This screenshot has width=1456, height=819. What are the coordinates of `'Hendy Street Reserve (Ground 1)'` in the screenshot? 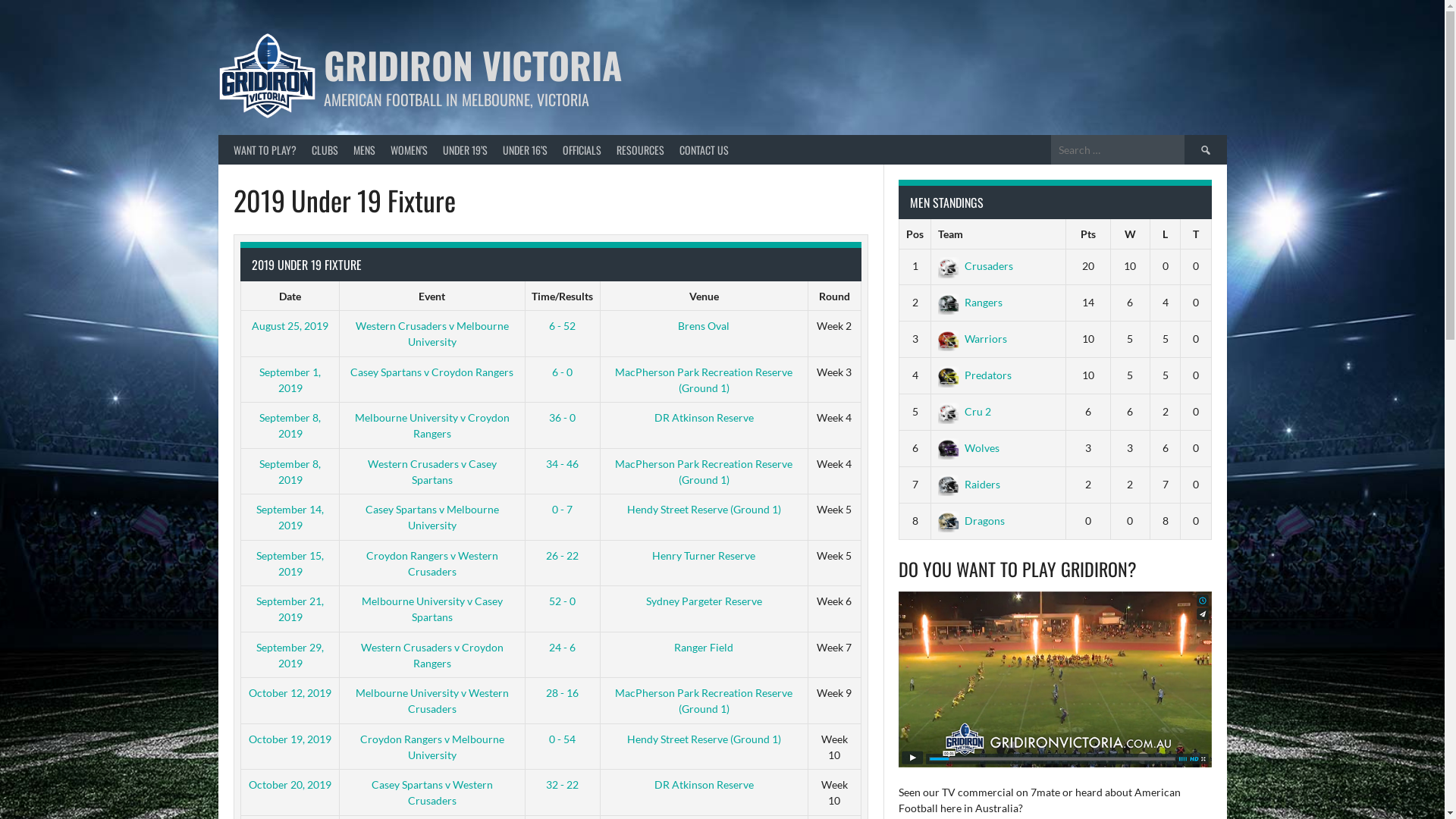 It's located at (703, 509).